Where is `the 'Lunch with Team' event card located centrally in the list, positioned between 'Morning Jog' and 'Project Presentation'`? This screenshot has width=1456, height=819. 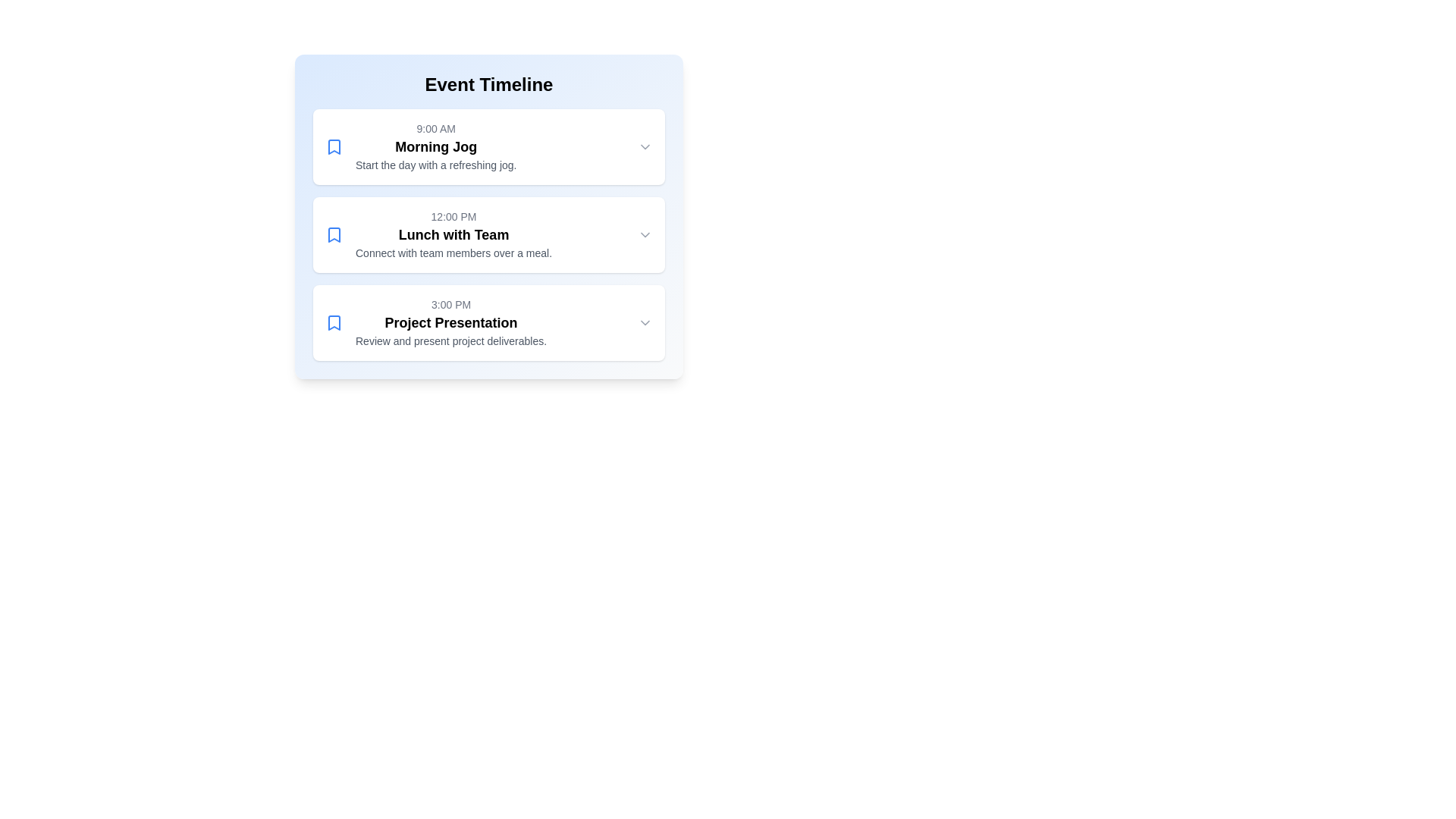
the 'Lunch with Team' event card located centrally in the list, positioned between 'Morning Jog' and 'Project Presentation' is located at coordinates (488, 234).